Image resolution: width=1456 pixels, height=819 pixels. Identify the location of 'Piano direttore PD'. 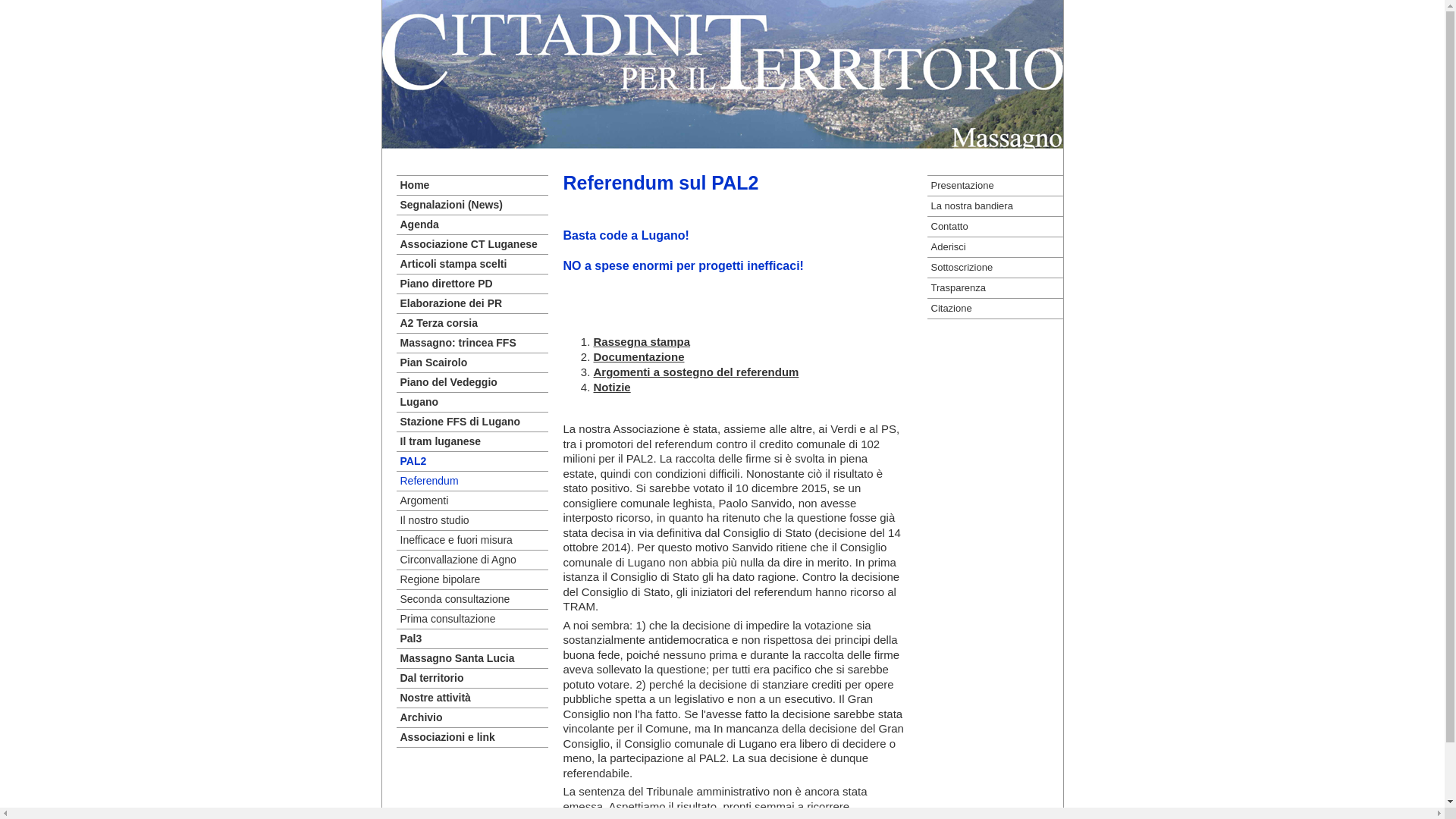
(471, 284).